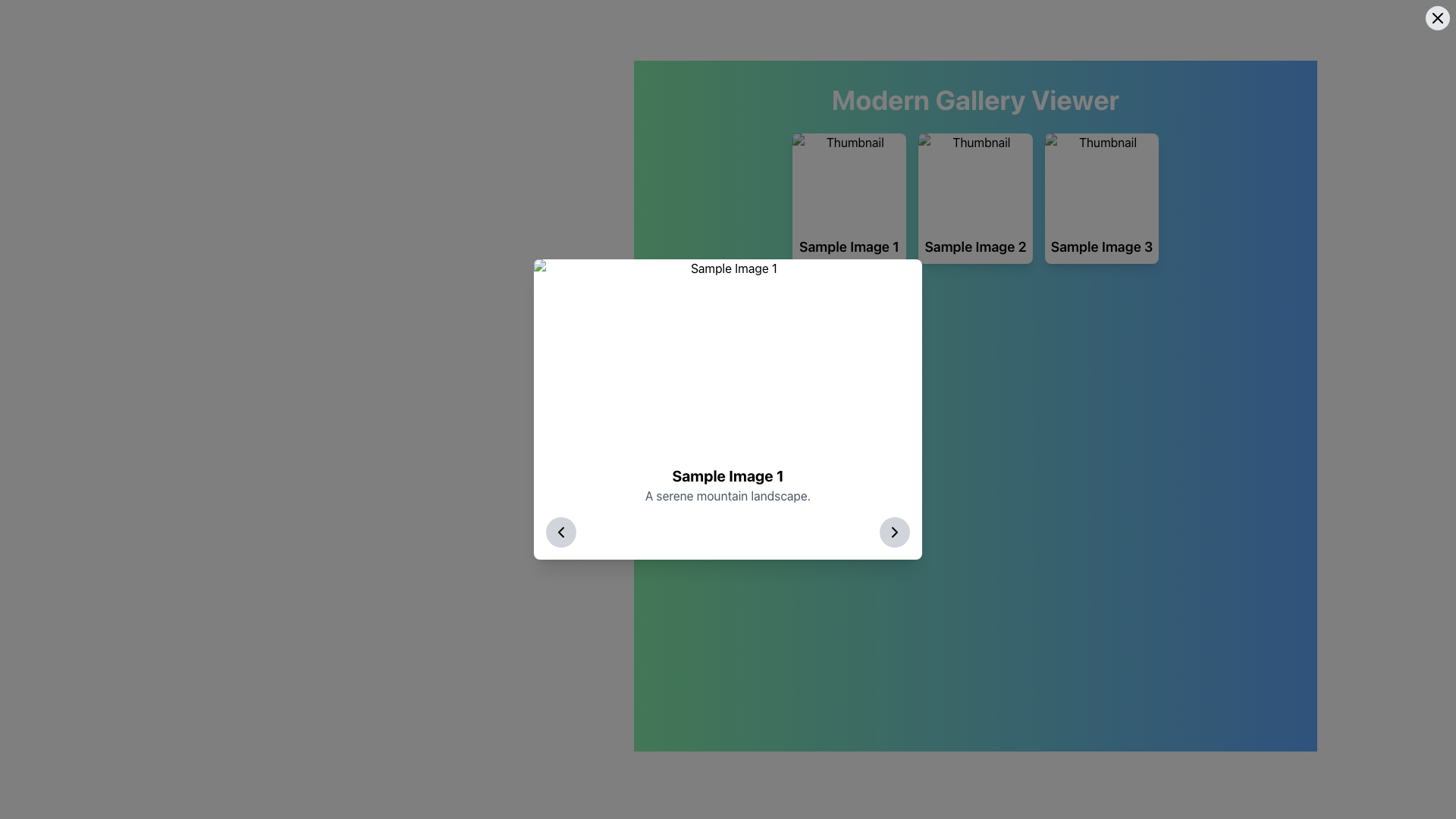  I want to click on the chevron left icon button located in the bottom-left corner of the pop-up window, so click(560, 532).